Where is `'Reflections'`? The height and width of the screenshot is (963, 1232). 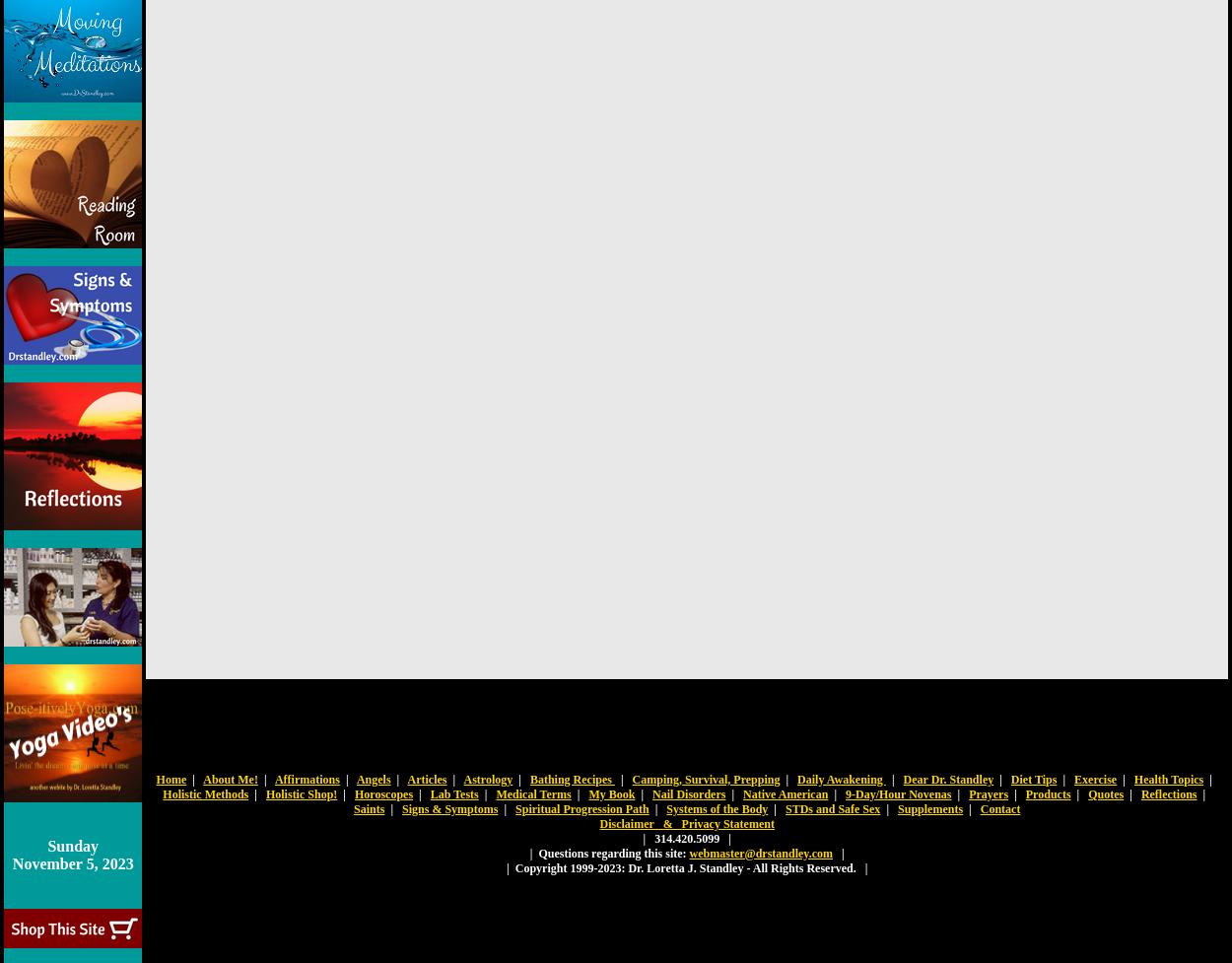 'Reflections' is located at coordinates (1140, 793).